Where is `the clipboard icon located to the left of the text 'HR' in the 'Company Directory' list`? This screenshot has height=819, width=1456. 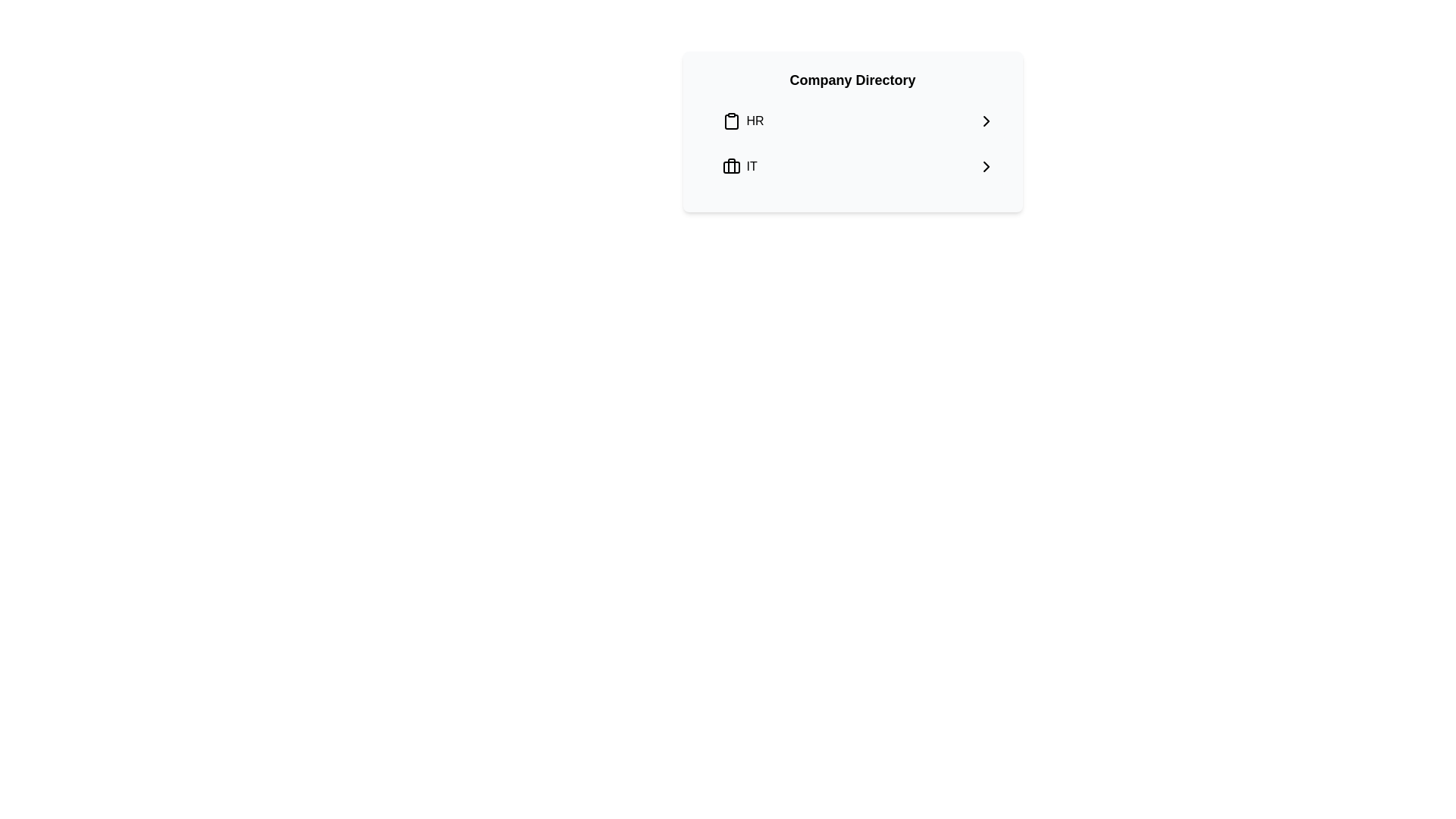 the clipboard icon located to the left of the text 'HR' in the 'Company Directory' list is located at coordinates (731, 120).